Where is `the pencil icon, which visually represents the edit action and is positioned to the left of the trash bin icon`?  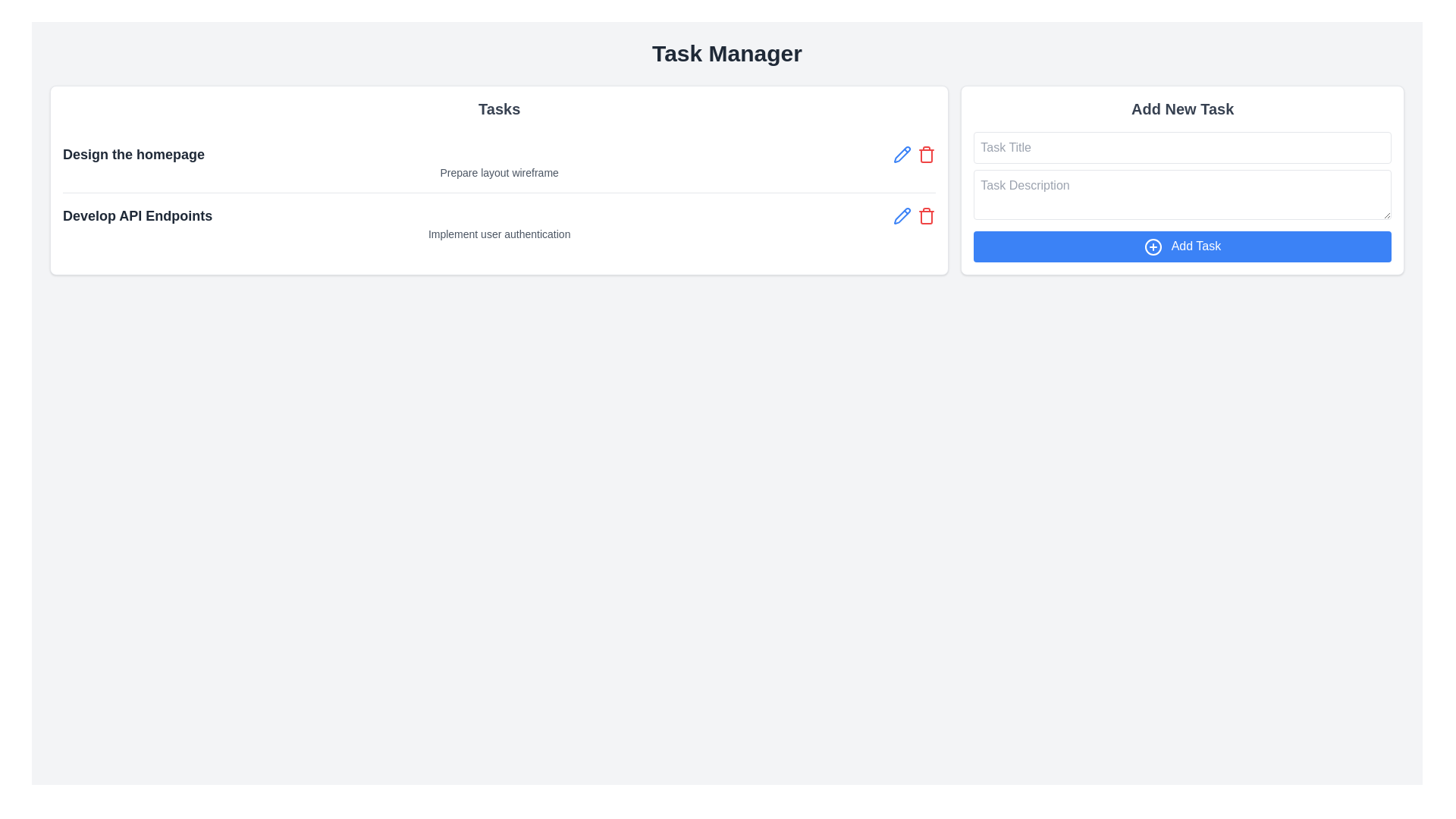 the pencil icon, which visually represents the edit action and is positioned to the left of the trash bin icon is located at coordinates (902, 216).